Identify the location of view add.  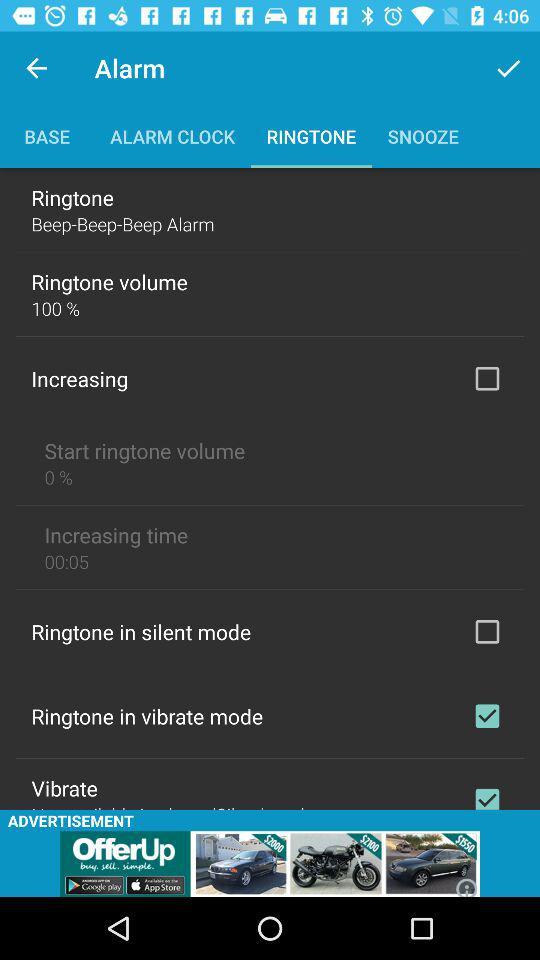
(270, 863).